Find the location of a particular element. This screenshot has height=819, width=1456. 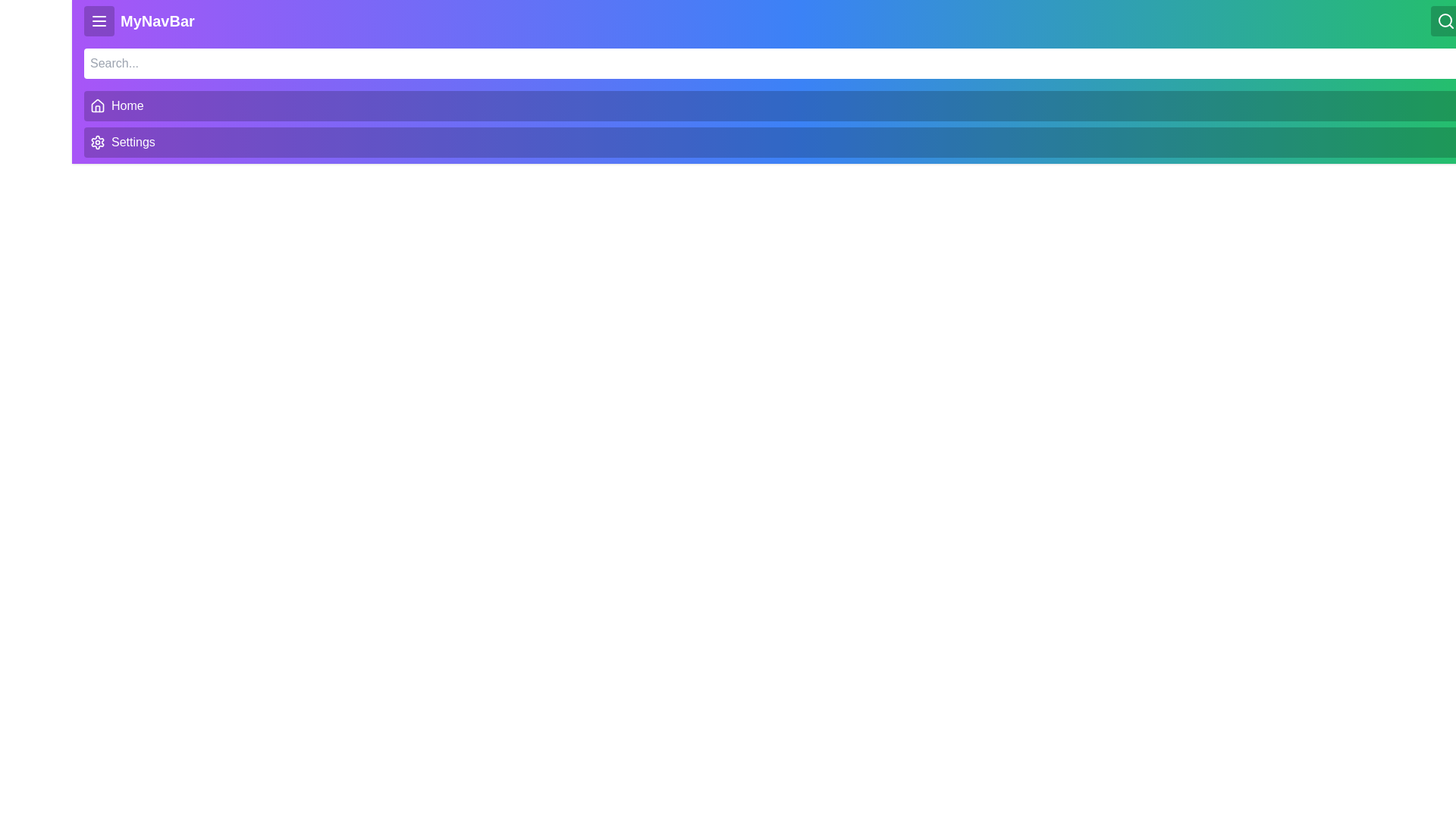

the house icon, which is a bold purple icon located at the top of the 'Home' menu button in the sidebar, adjacent to the 'Settings' button is located at coordinates (97, 104).